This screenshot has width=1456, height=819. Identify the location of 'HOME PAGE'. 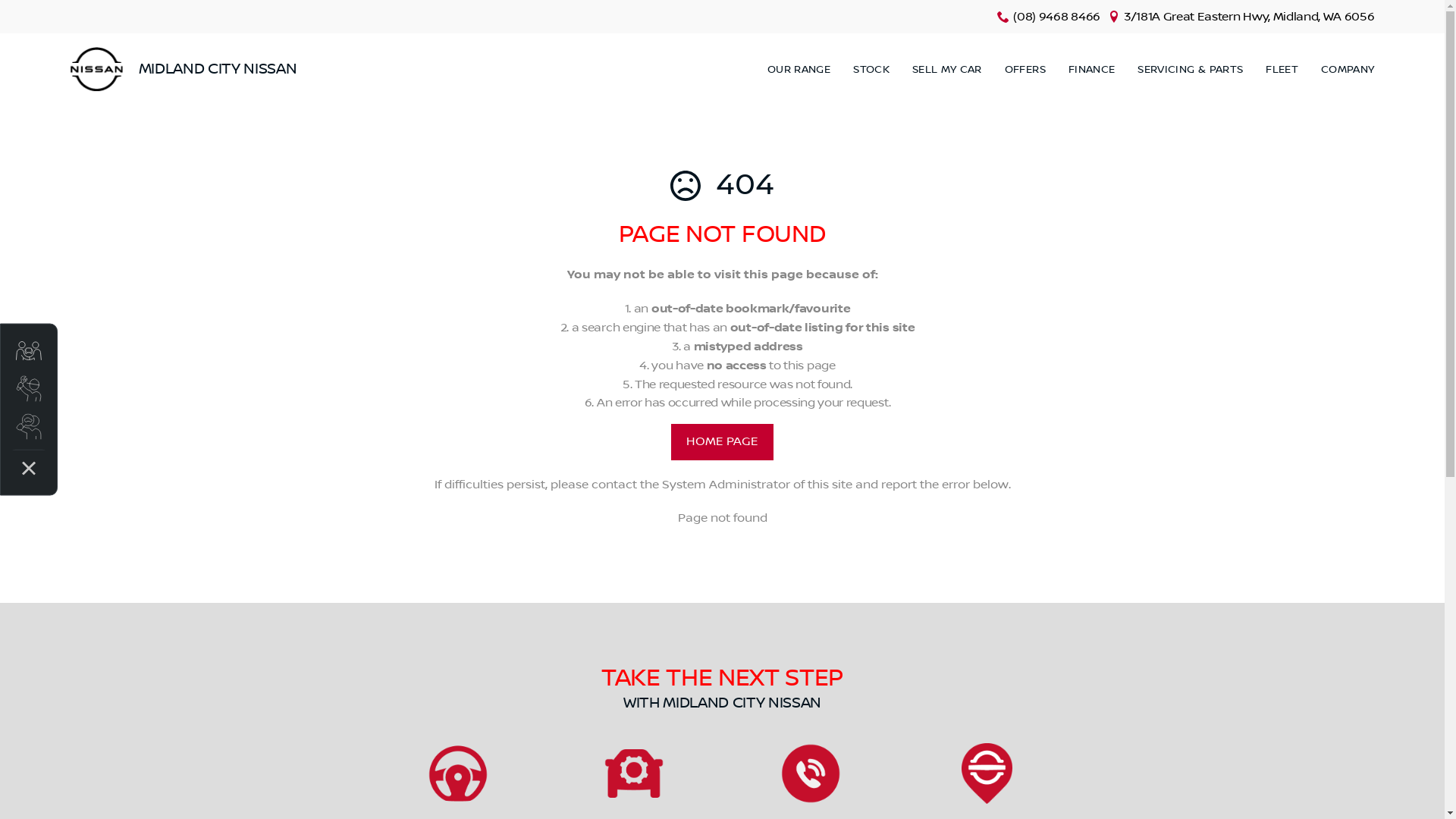
(721, 441).